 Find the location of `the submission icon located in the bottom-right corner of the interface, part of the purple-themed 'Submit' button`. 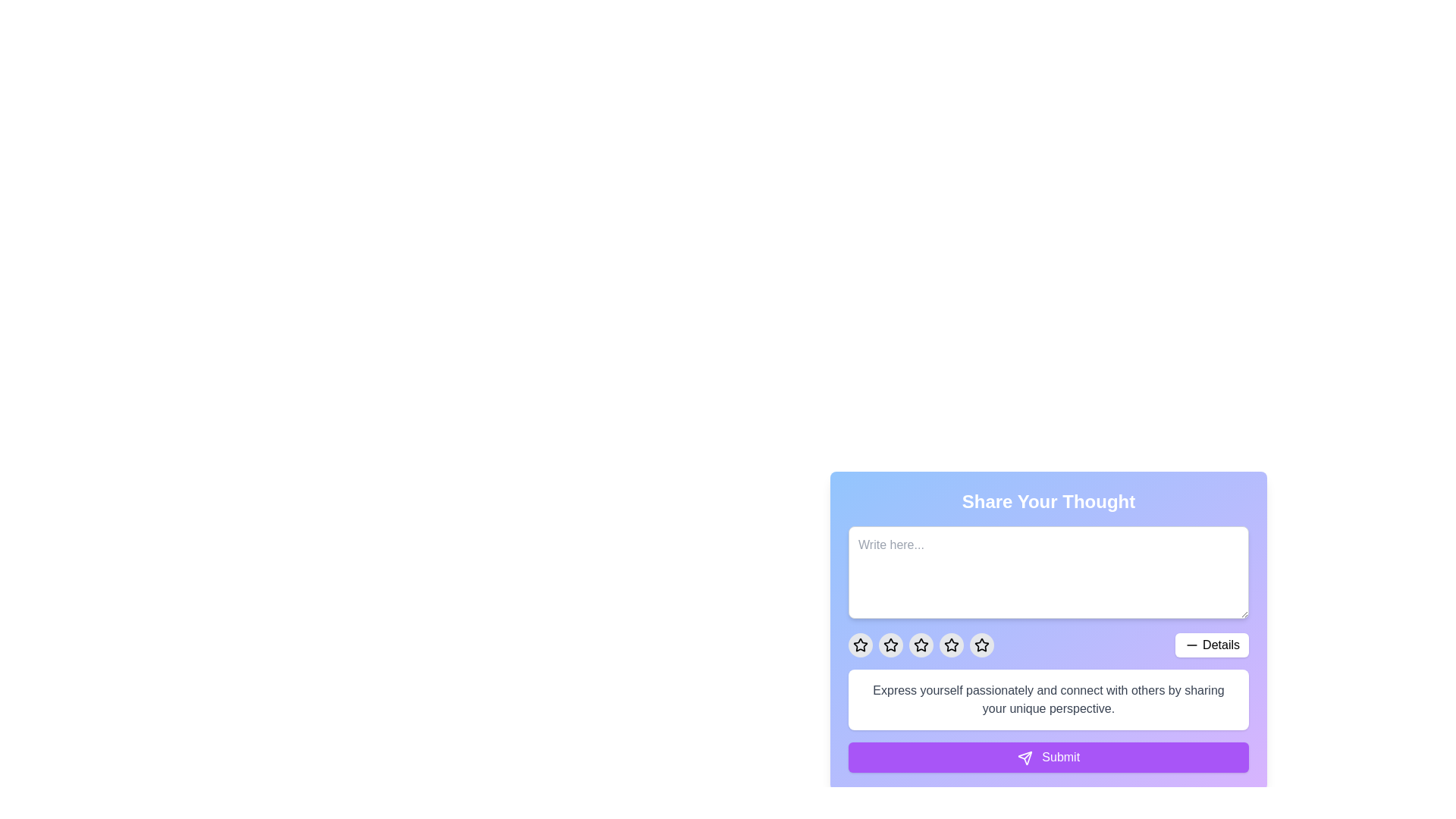

the submission icon located in the bottom-right corner of the interface, part of the purple-themed 'Submit' button is located at coordinates (1025, 758).